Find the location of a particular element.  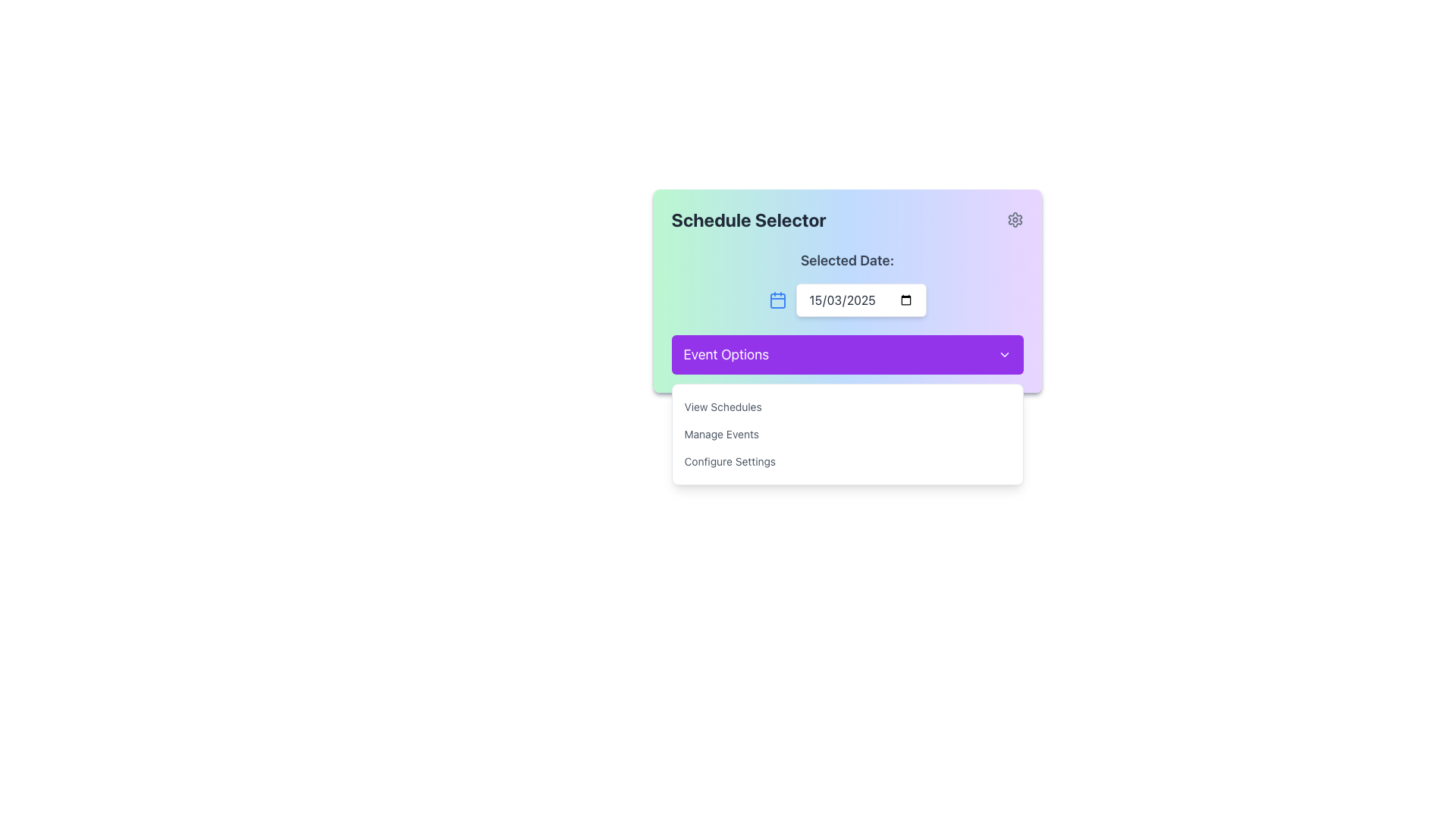

the first option in the dropdown menu under 'Event Options' is located at coordinates (846, 406).